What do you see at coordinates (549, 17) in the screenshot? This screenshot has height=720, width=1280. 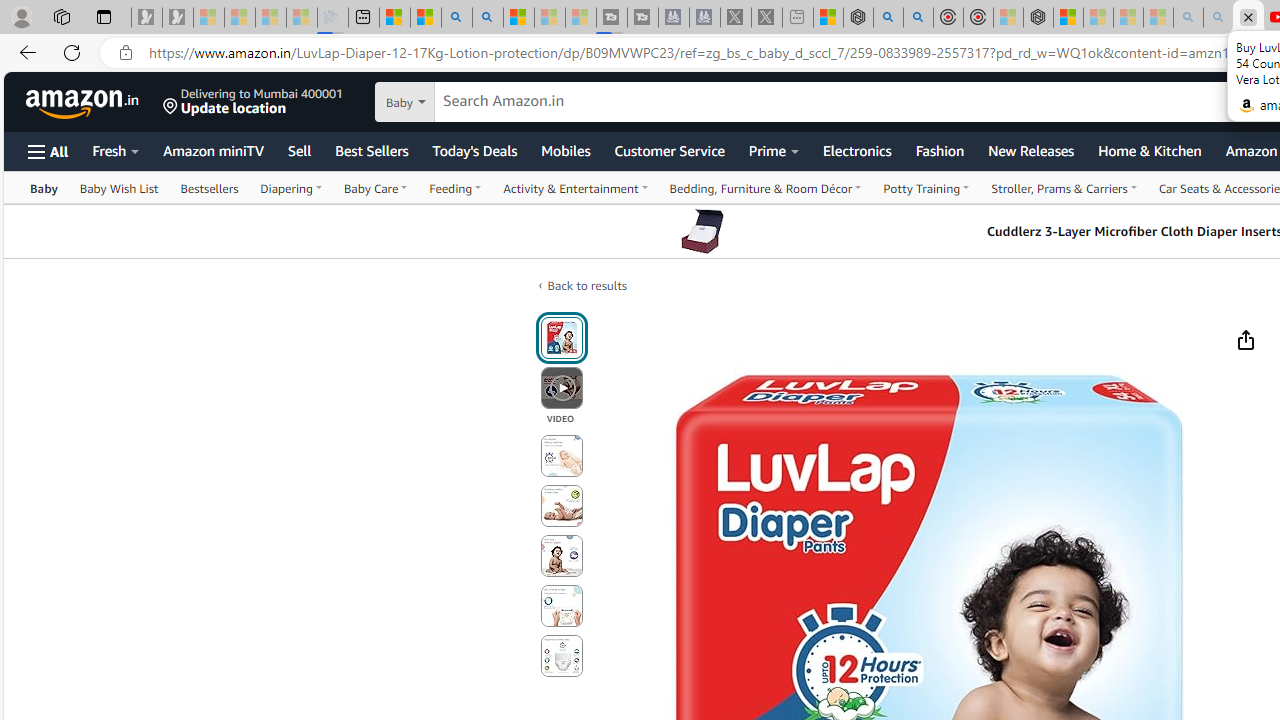 I see `'Microsoft Start - Sleeping'` at bounding box center [549, 17].